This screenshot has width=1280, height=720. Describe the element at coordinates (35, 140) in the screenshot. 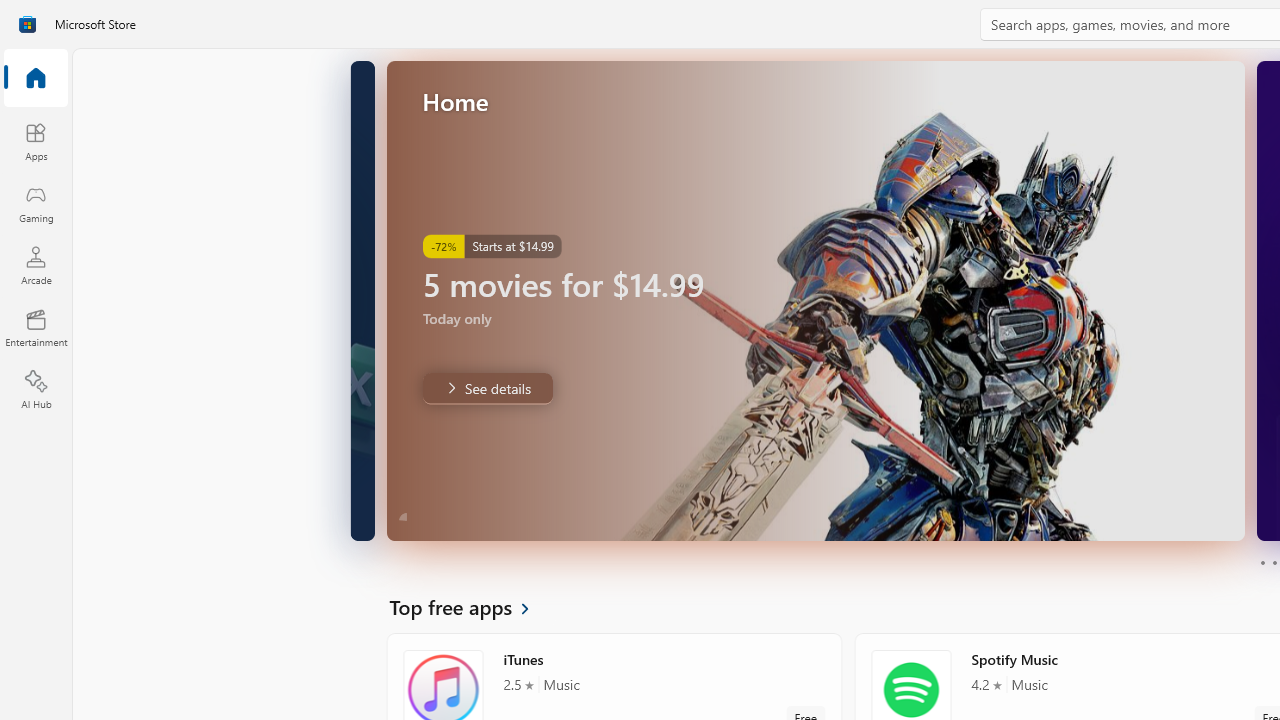

I see `'Apps'` at that location.